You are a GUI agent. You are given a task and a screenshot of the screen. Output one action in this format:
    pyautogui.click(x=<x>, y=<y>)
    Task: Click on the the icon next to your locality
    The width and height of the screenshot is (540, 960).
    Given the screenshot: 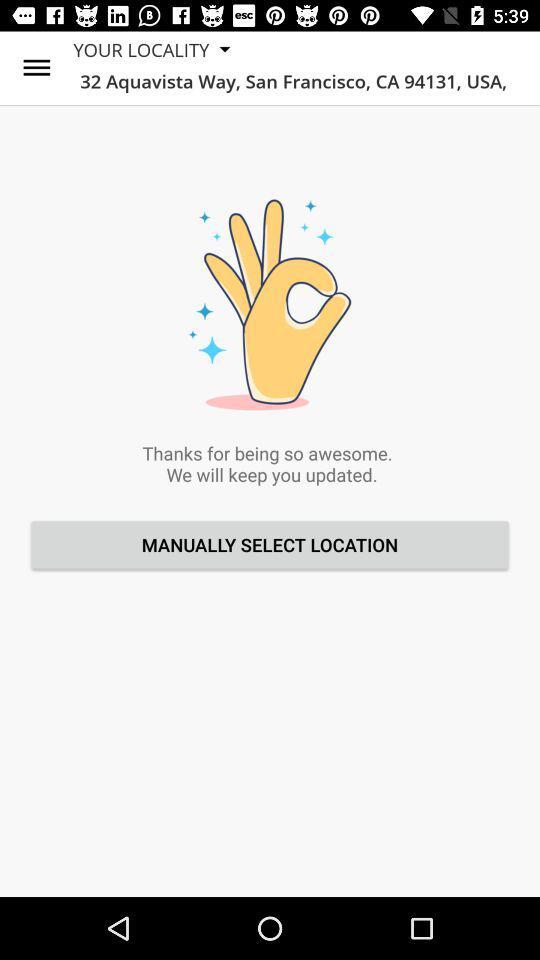 What is the action you would take?
    pyautogui.click(x=36, y=68)
    